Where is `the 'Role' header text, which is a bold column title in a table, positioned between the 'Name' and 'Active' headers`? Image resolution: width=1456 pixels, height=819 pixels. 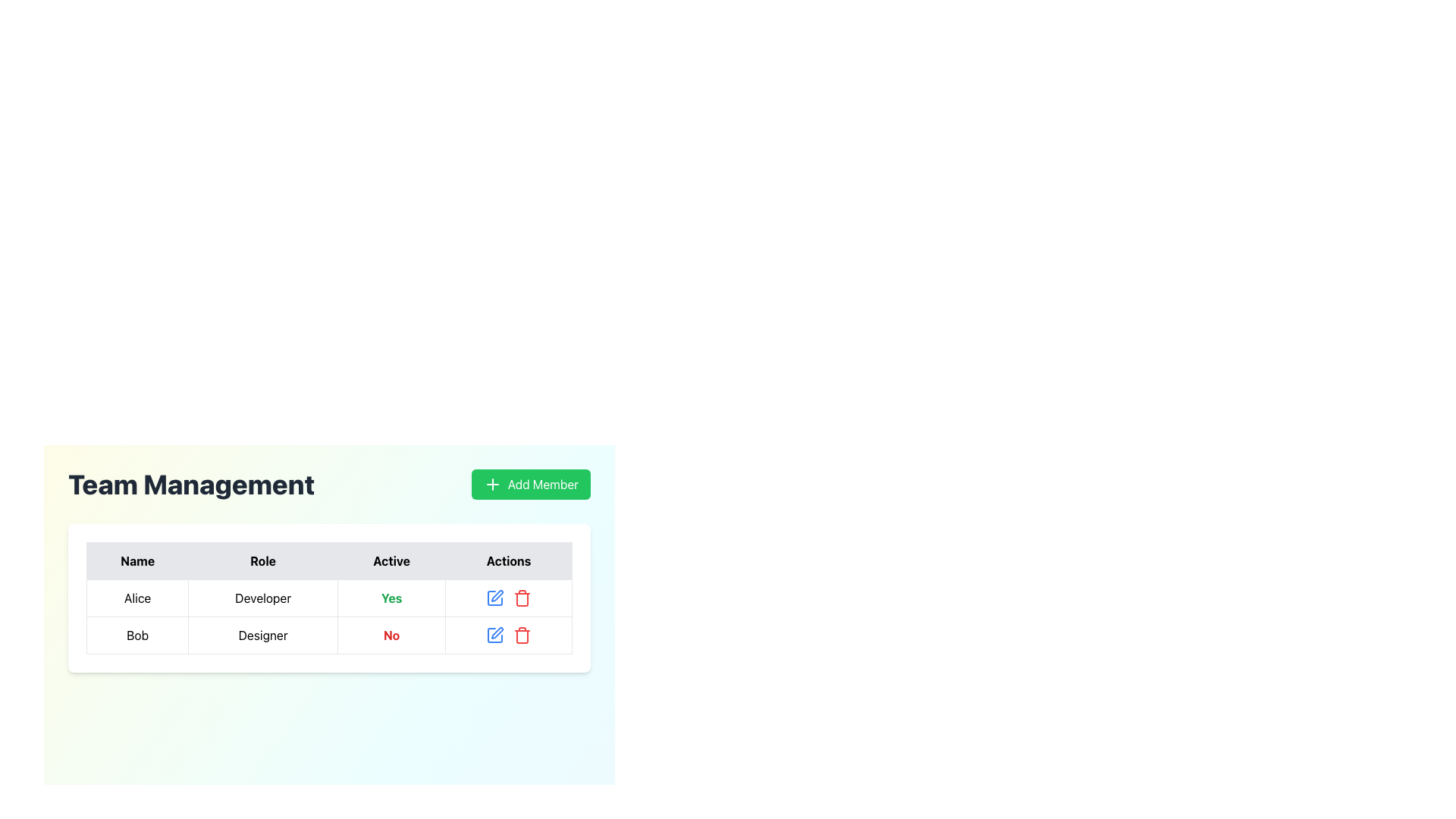
the 'Role' header text, which is a bold column title in a table, positioned between the 'Name' and 'Active' headers is located at coordinates (263, 561).